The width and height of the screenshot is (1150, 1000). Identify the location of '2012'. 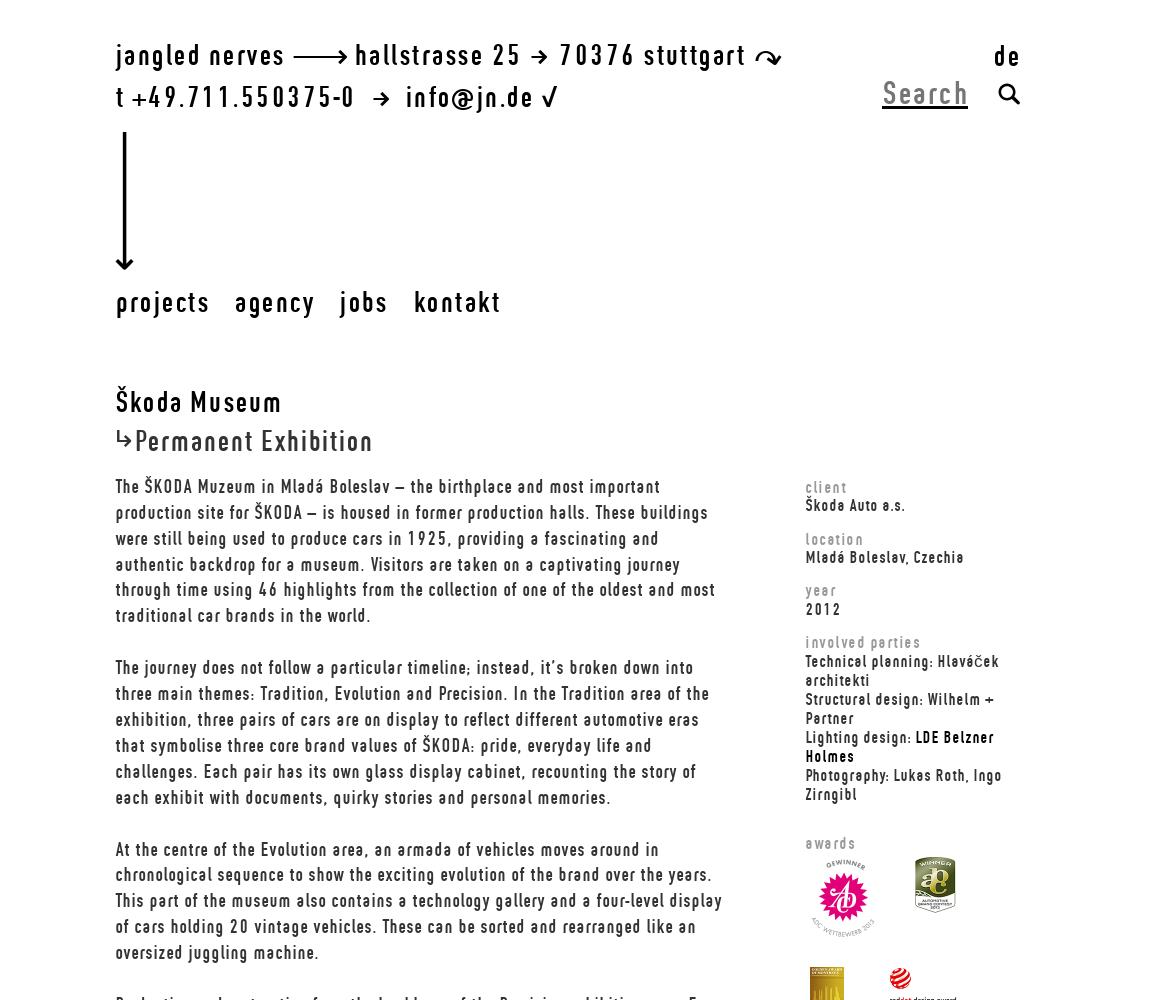
(822, 607).